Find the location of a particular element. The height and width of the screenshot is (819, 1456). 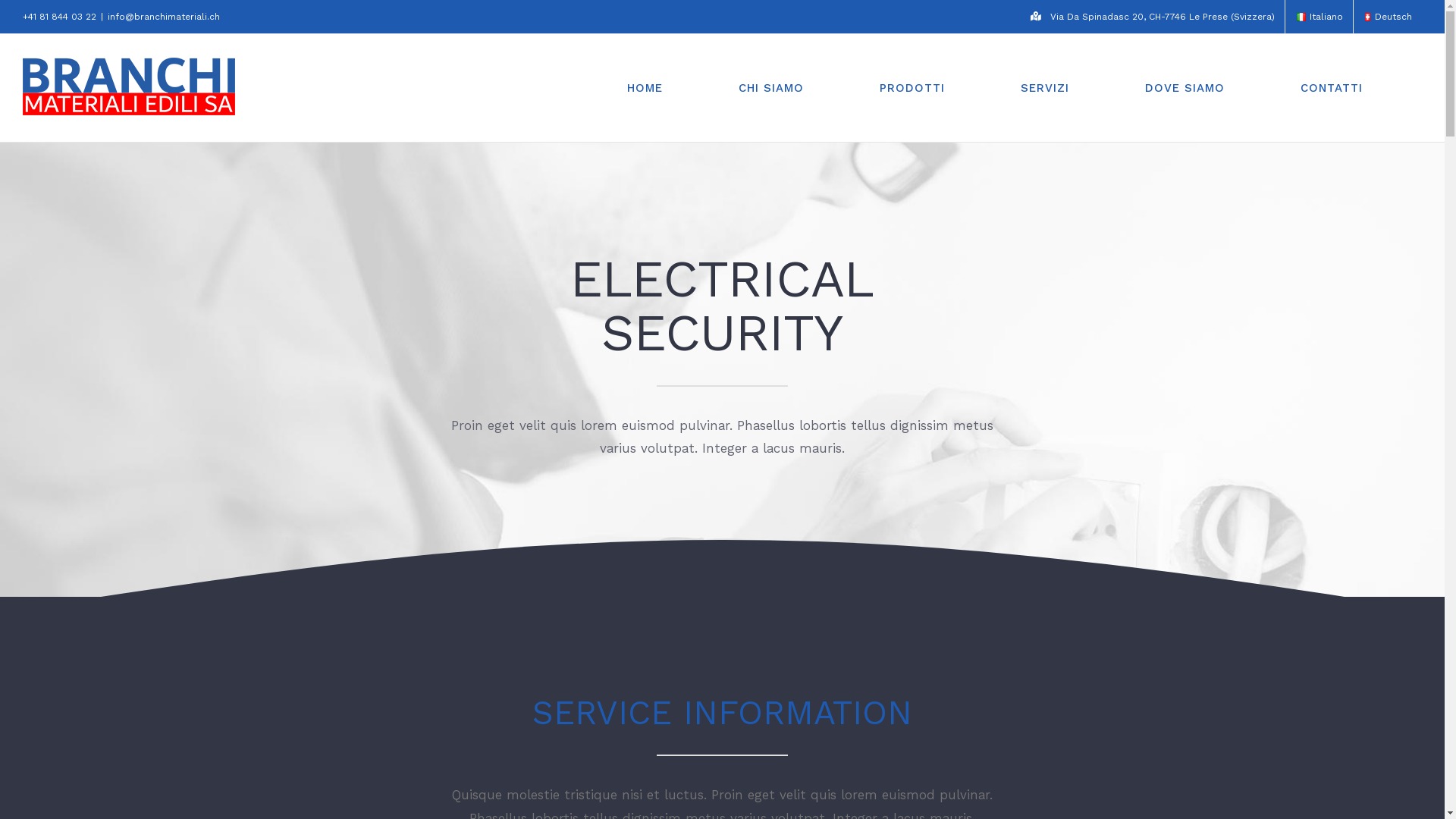

'info@branchimateriali.ch' is located at coordinates (164, 17).